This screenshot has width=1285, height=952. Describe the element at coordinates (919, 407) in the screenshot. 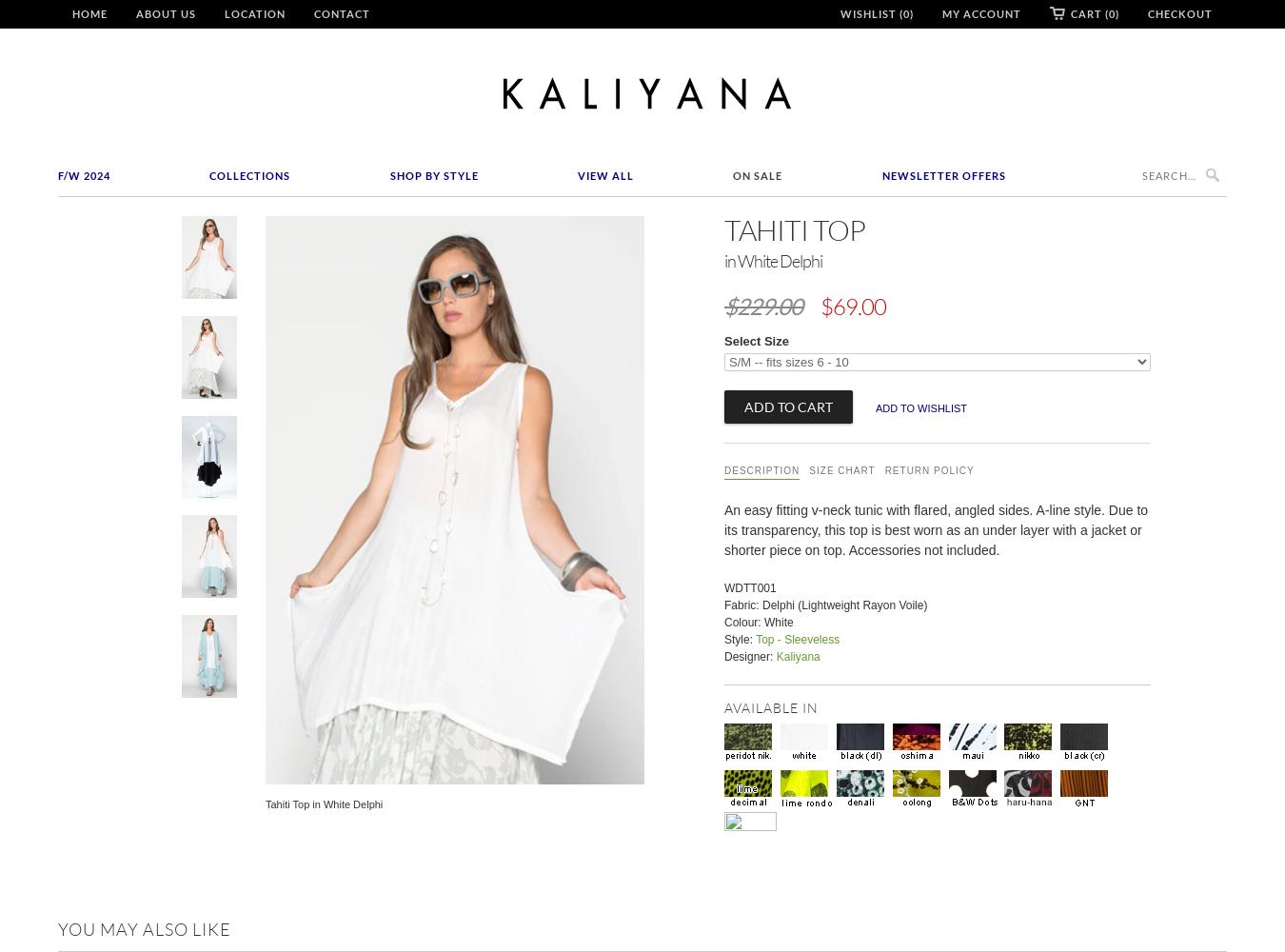

I see `'Add to Wishlist'` at that location.